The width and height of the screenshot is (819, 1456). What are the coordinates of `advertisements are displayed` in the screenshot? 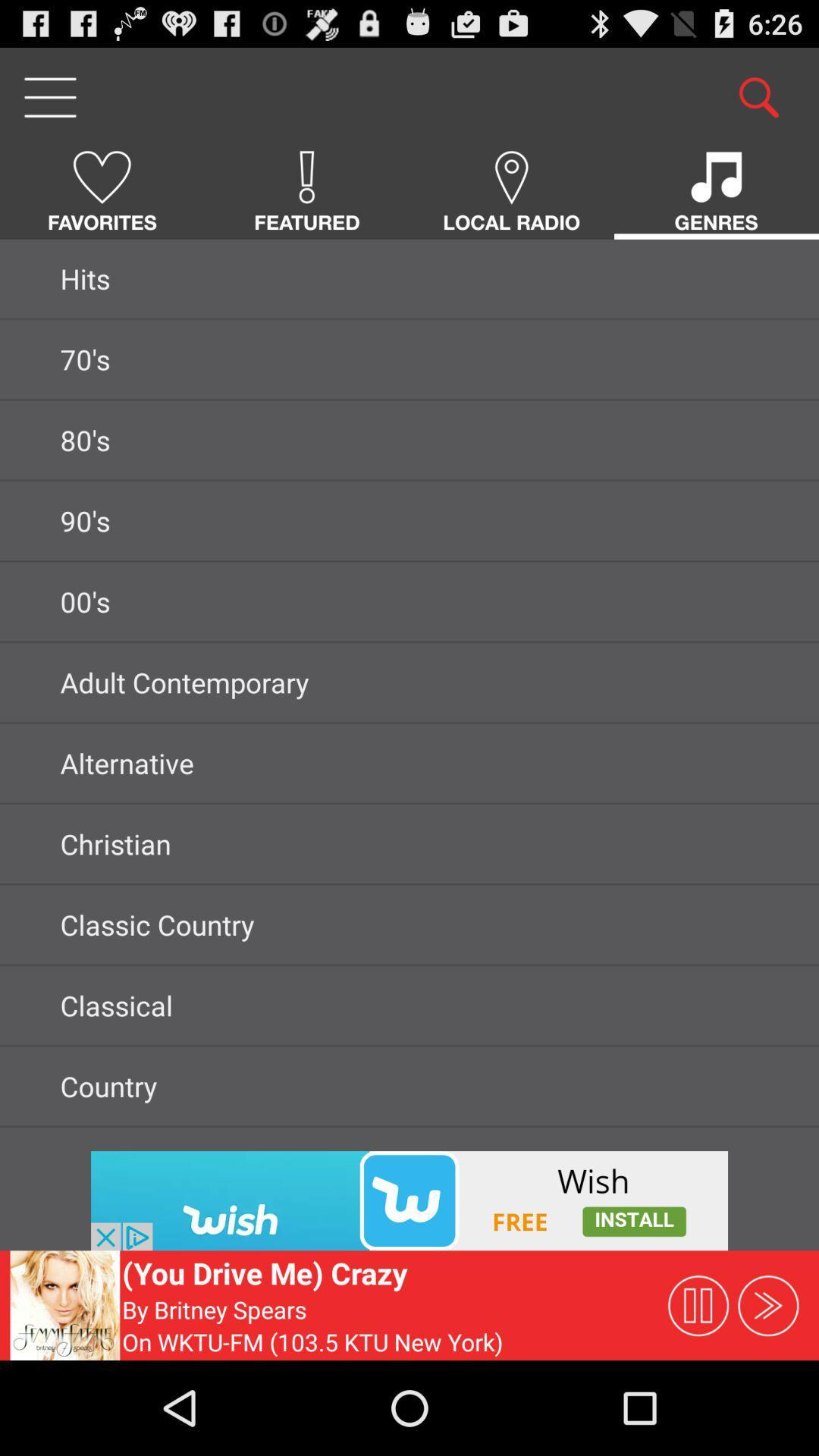 It's located at (409, 1200).